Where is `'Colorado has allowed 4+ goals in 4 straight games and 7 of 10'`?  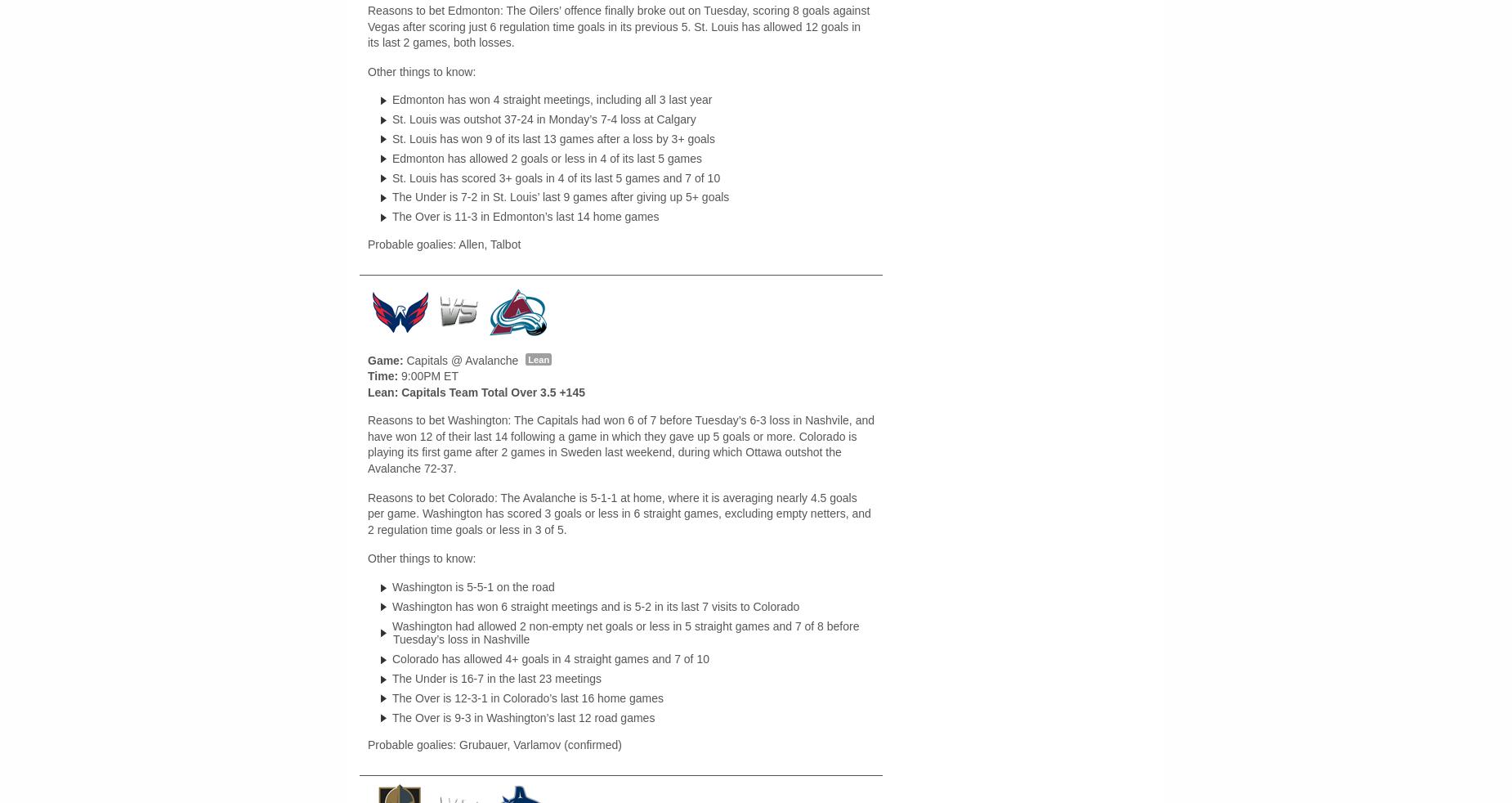
'Colorado has allowed 4+ goals in 4 straight games and 7 of 10' is located at coordinates (392, 659).